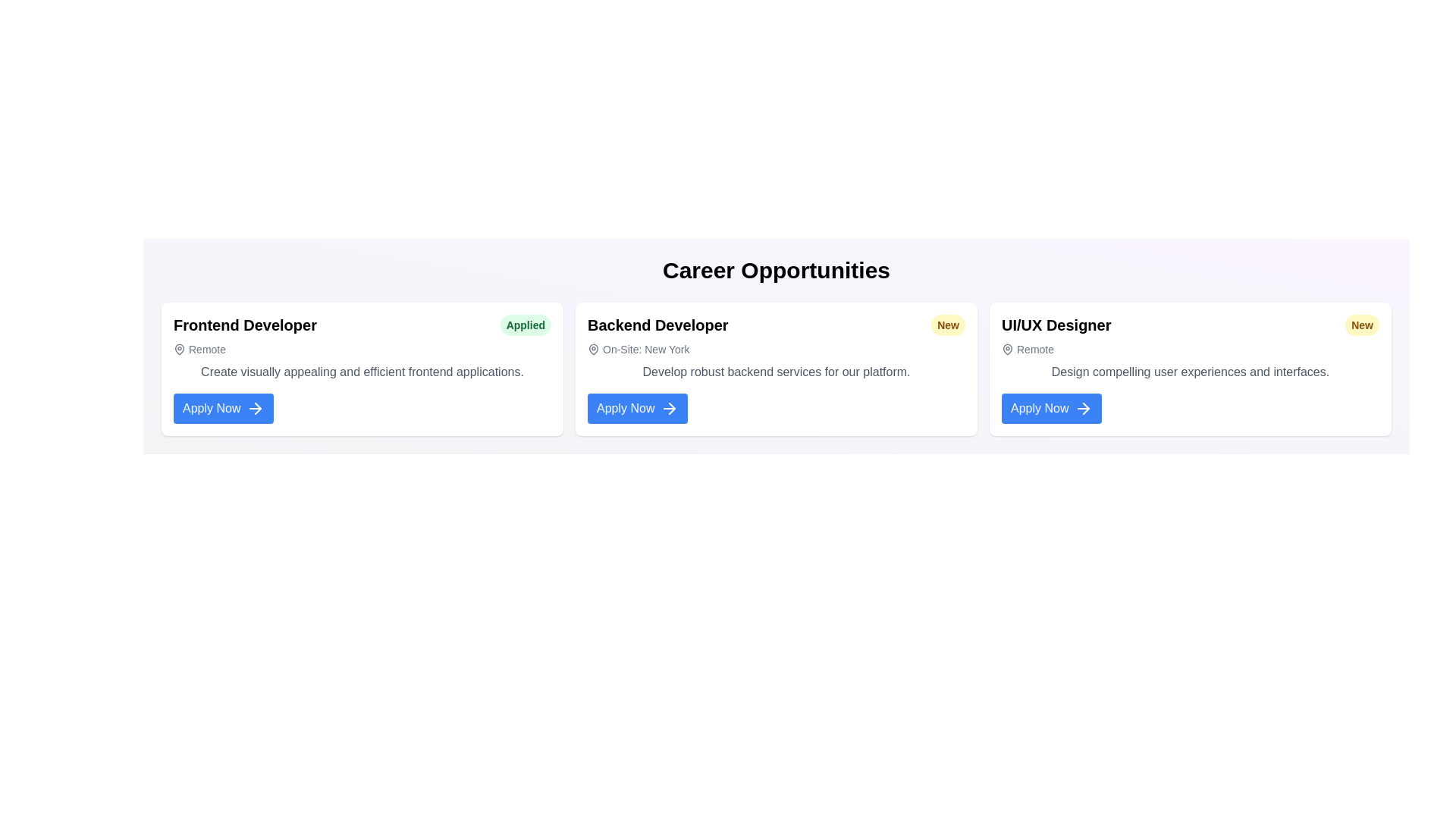  What do you see at coordinates (776, 372) in the screenshot?
I see `the static text element containing the string 'Develop robust backend services for our platform.' which is styled in medium gray and positioned below the location information of the 'Backend Developer' job posting` at bounding box center [776, 372].